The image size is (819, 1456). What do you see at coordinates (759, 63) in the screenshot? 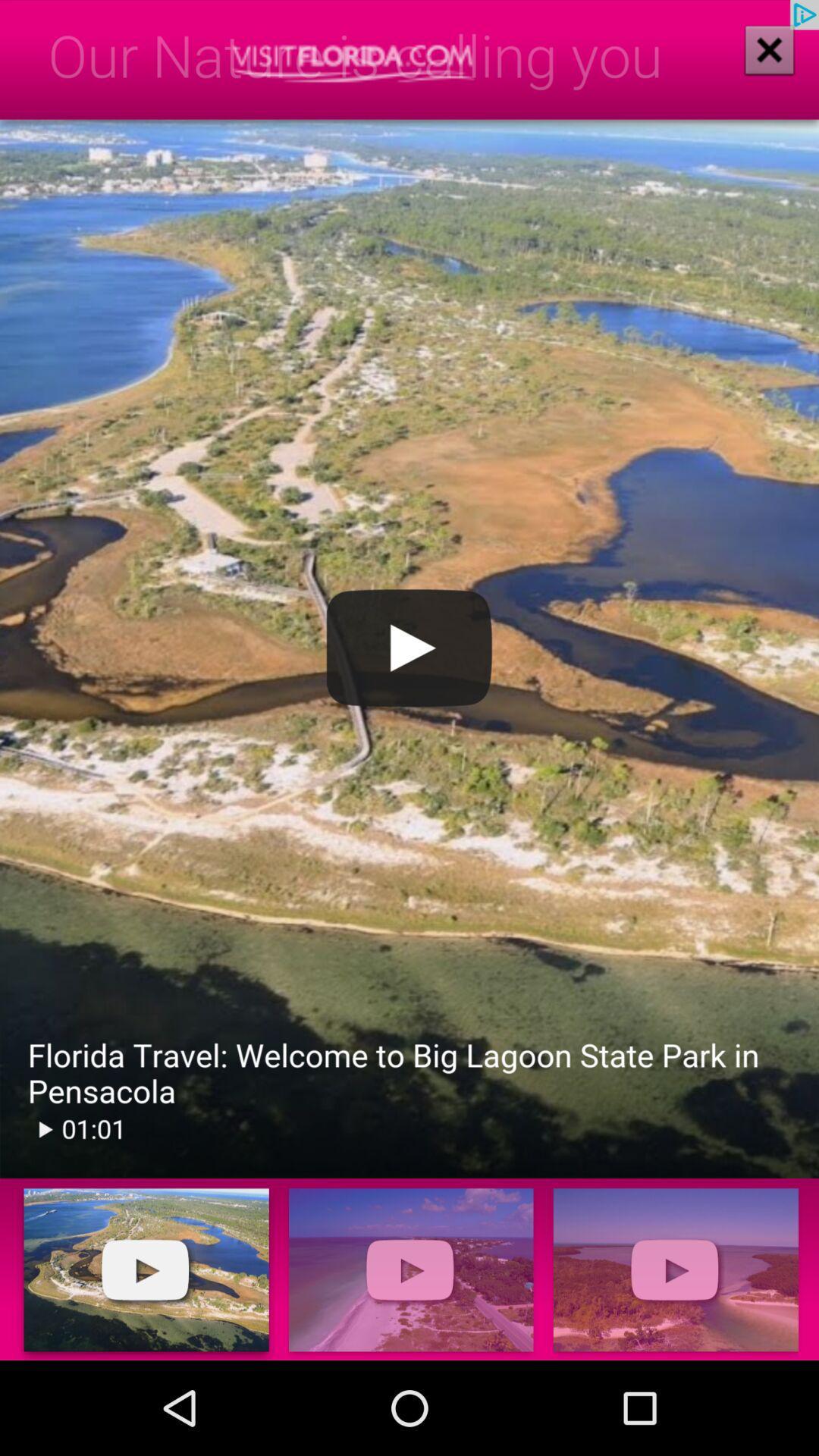
I see `the close icon` at bounding box center [759, 63].